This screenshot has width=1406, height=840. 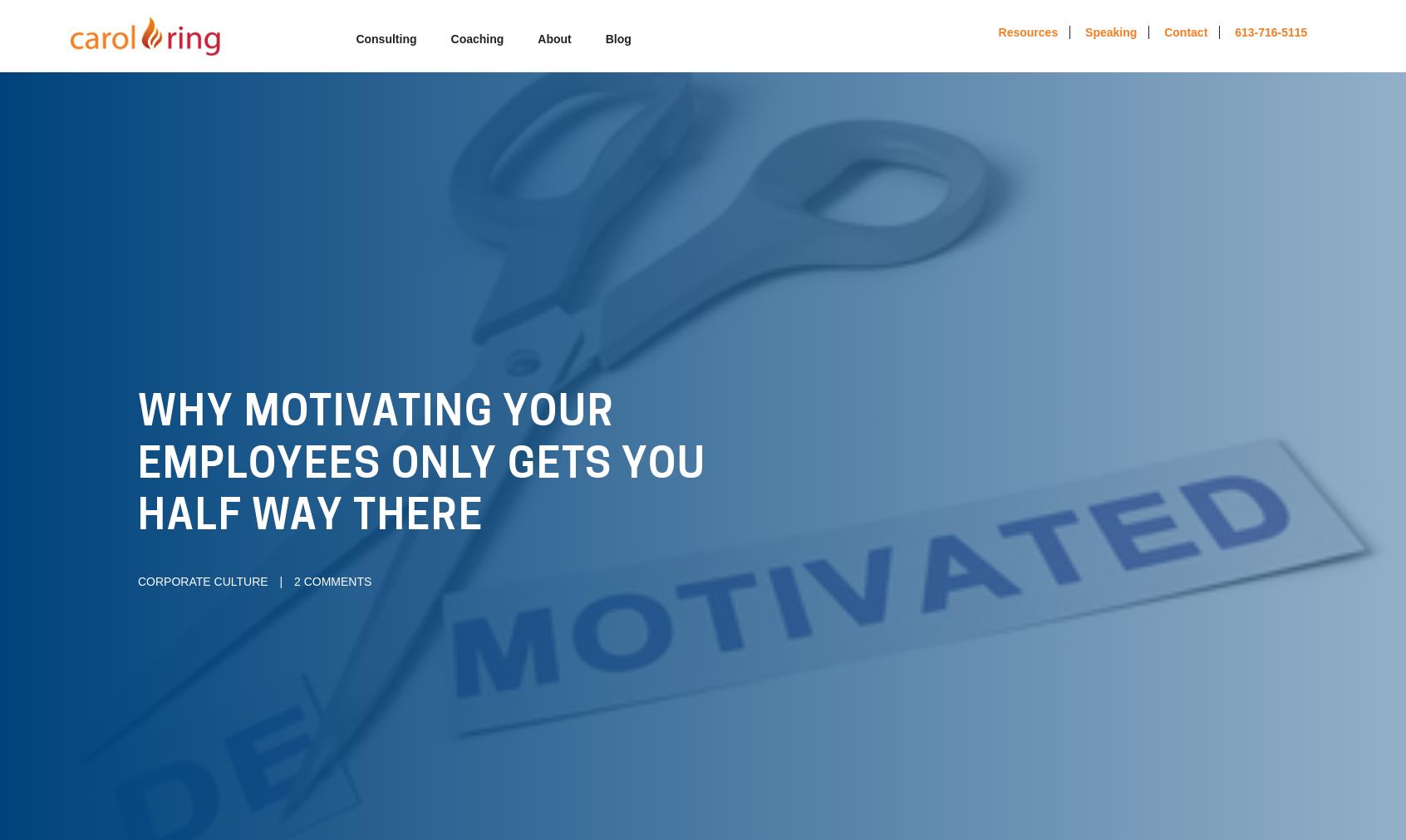 I want to click on 'Why Motivating Your Employees Only Gets You Half Way There', so click(x=421, y=462).